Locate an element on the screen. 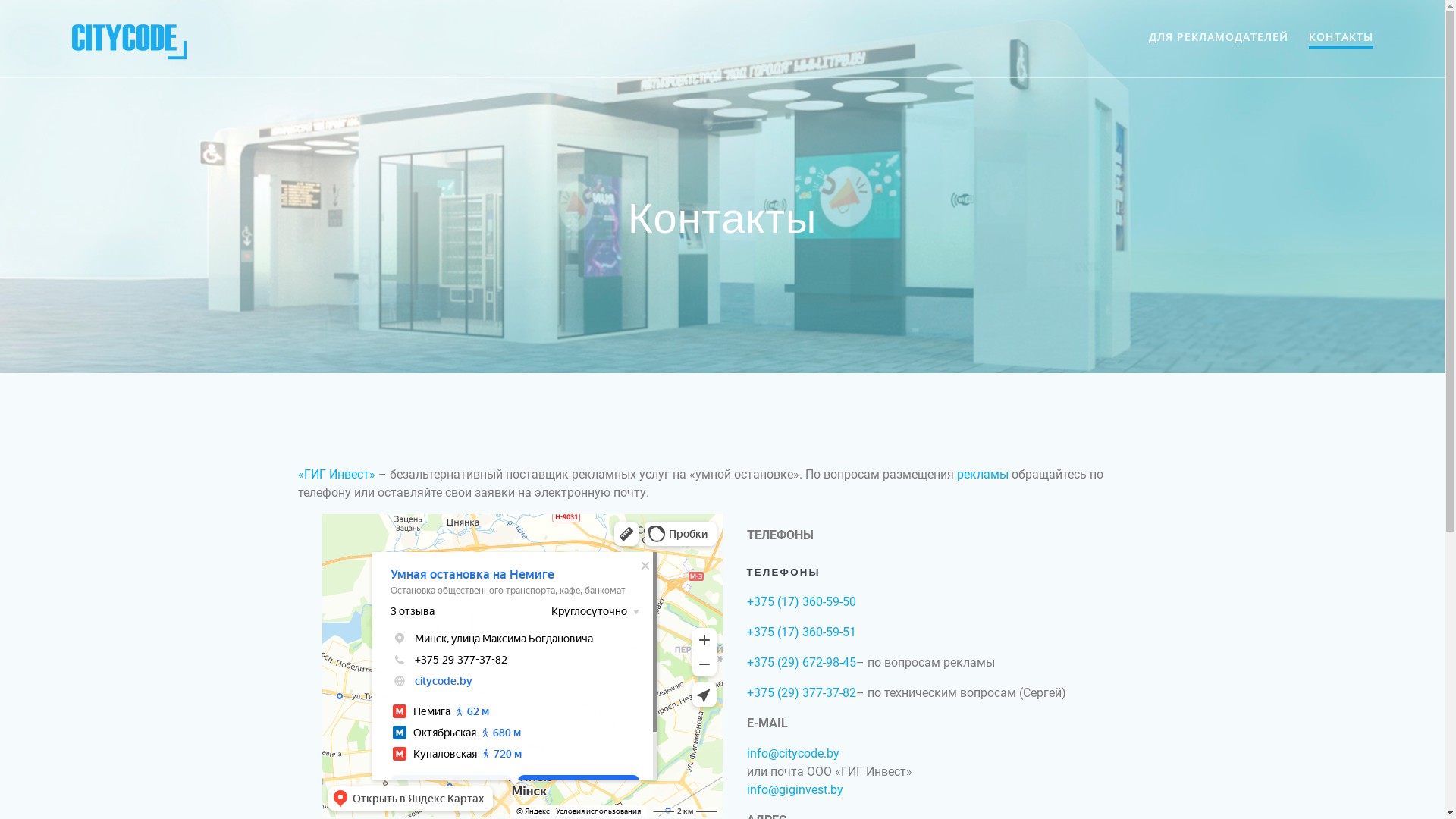 This screenshot has height=819, width=1456. '+375 (17) 360-59-51' is located at coordinates (800, 632).